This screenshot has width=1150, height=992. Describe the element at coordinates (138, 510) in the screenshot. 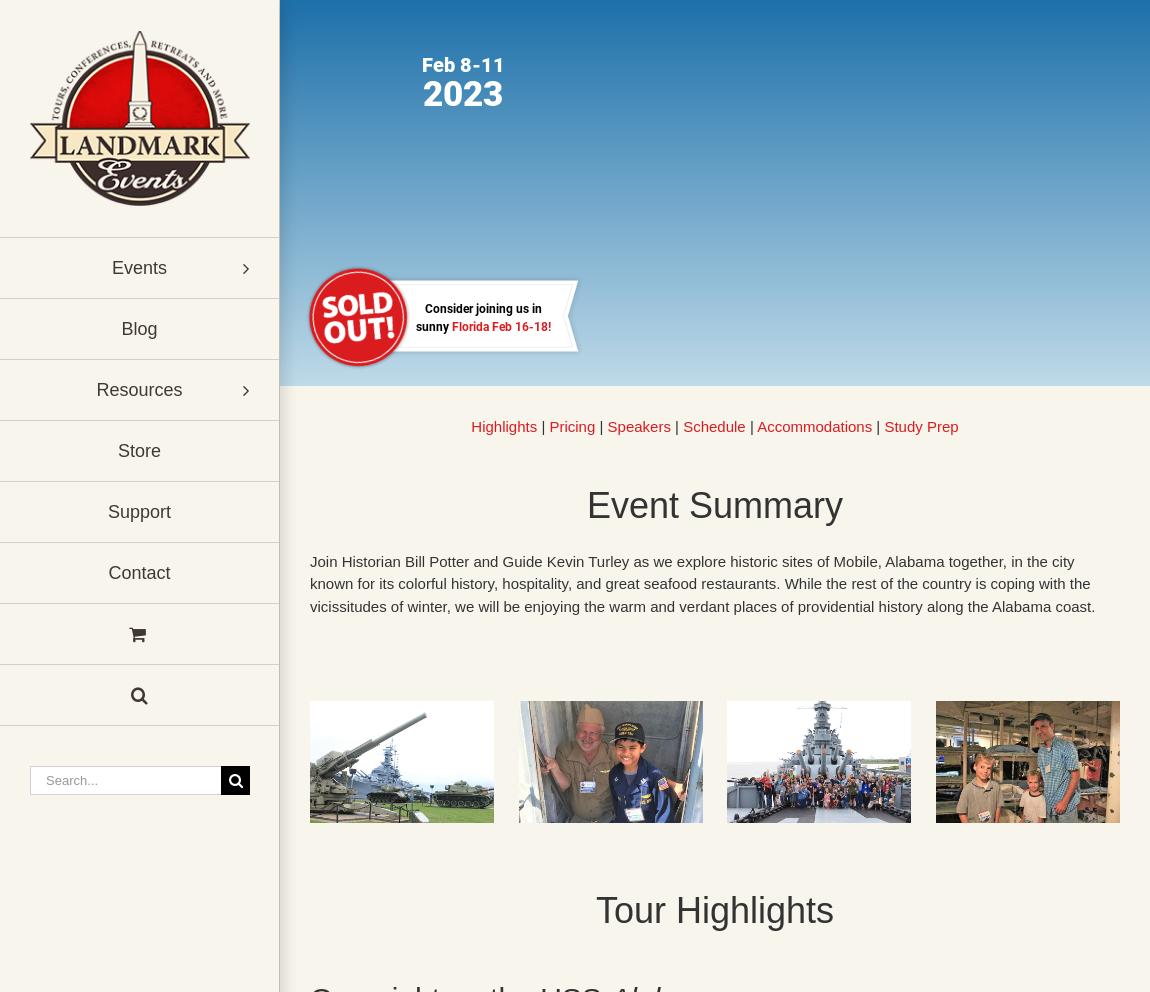

I see `'Support'` at that location.